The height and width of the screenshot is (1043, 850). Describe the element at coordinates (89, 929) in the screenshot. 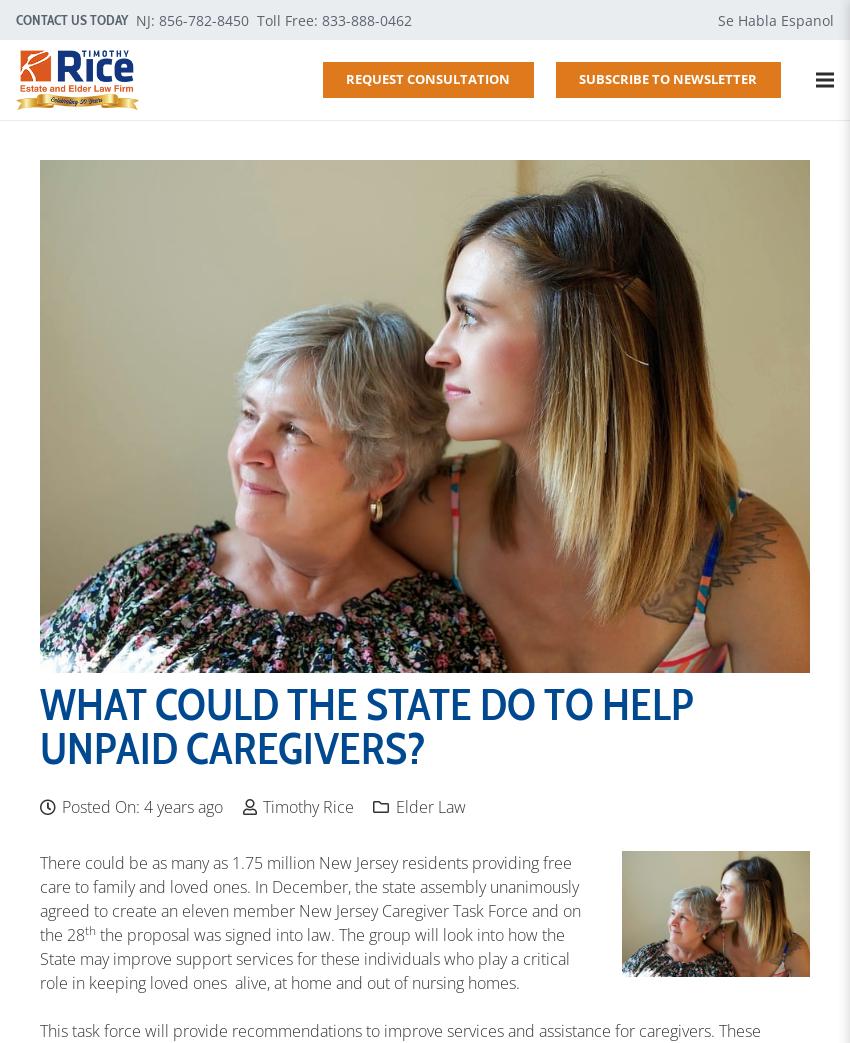

I see `'th'` at that location.